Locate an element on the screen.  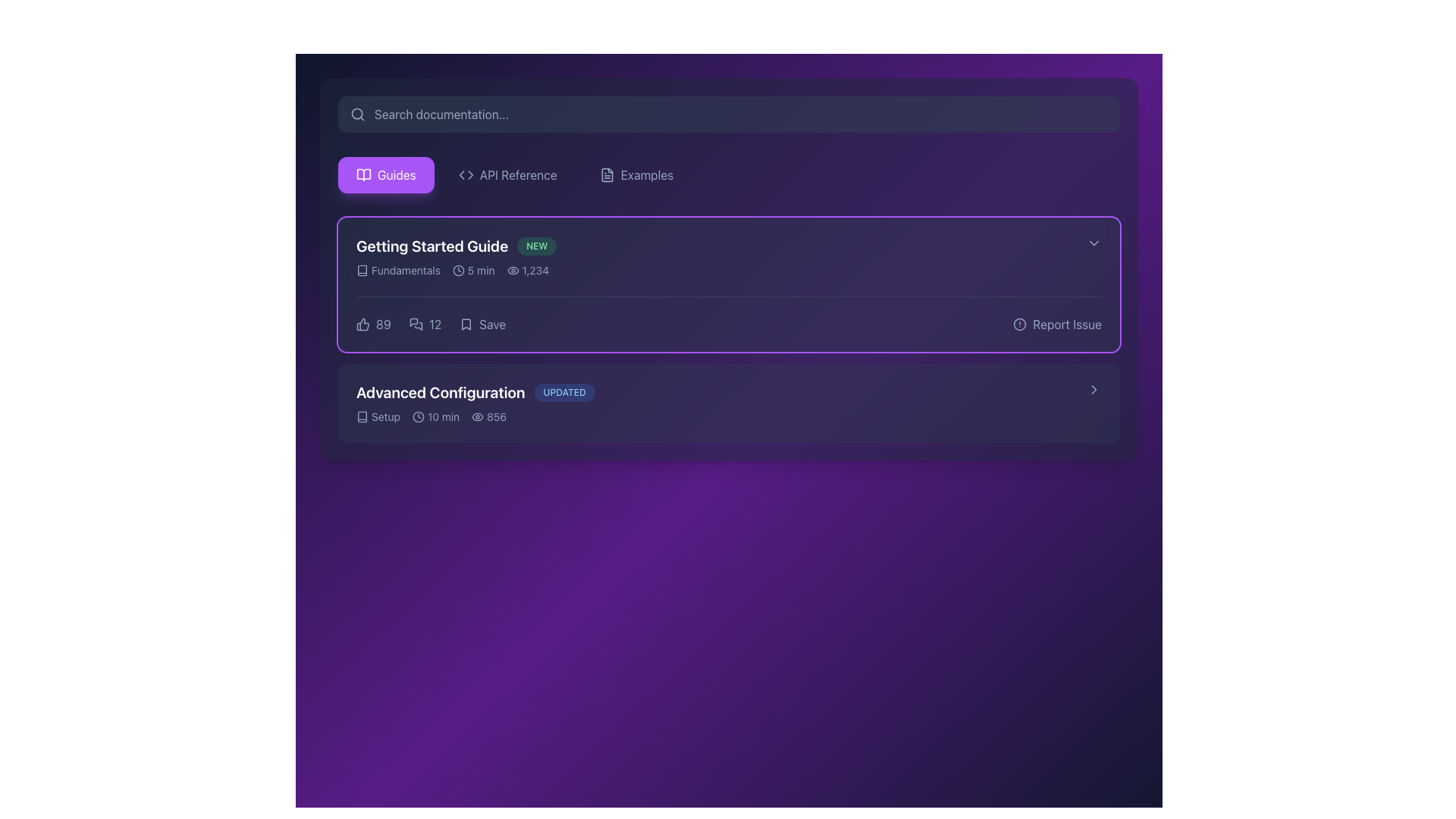
the magnifying glass icon in the top-left corner of the search bar is located at coordinates (356, 113).